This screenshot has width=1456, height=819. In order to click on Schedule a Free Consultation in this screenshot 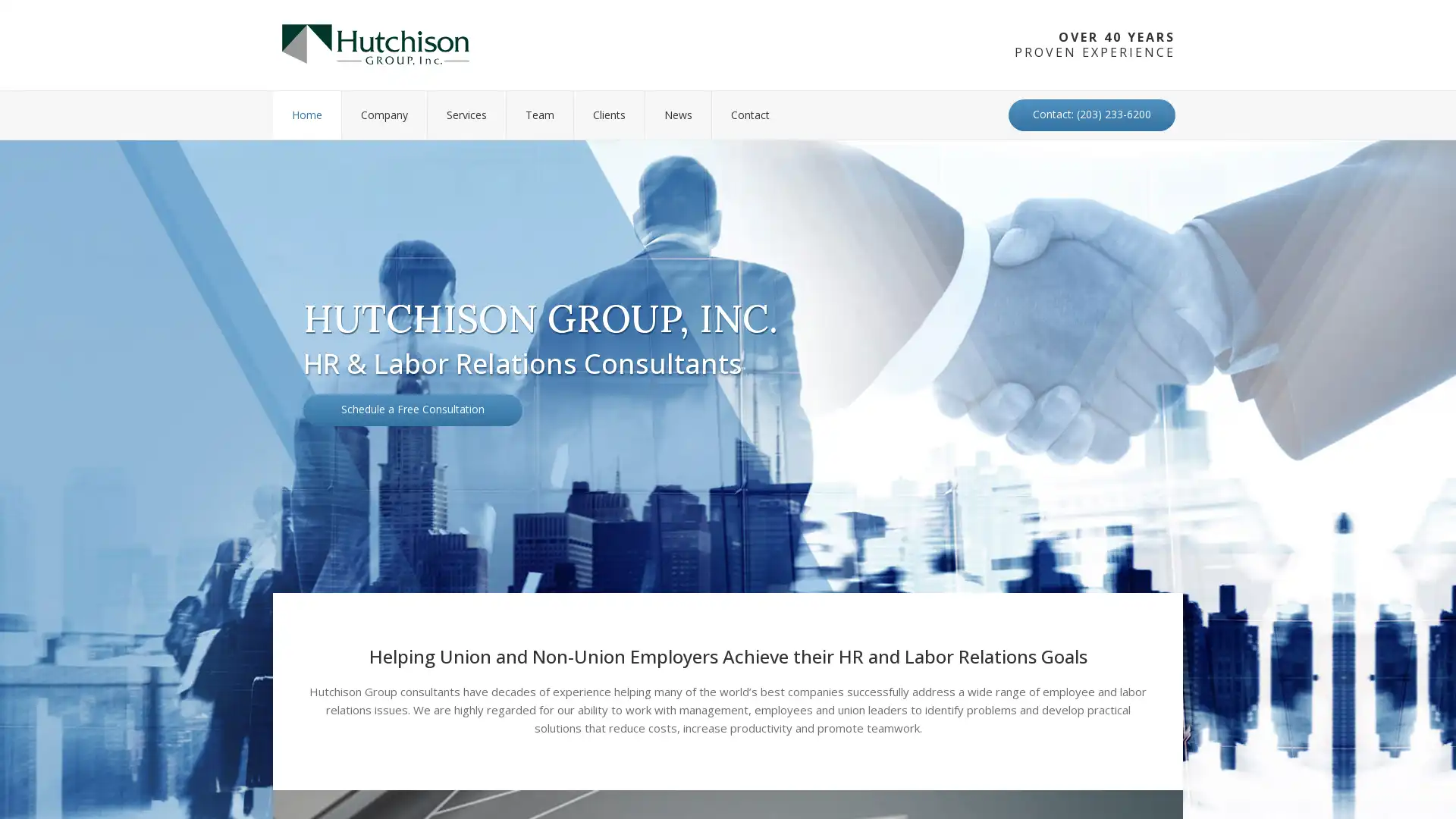, I will do `click(413, 409)`.